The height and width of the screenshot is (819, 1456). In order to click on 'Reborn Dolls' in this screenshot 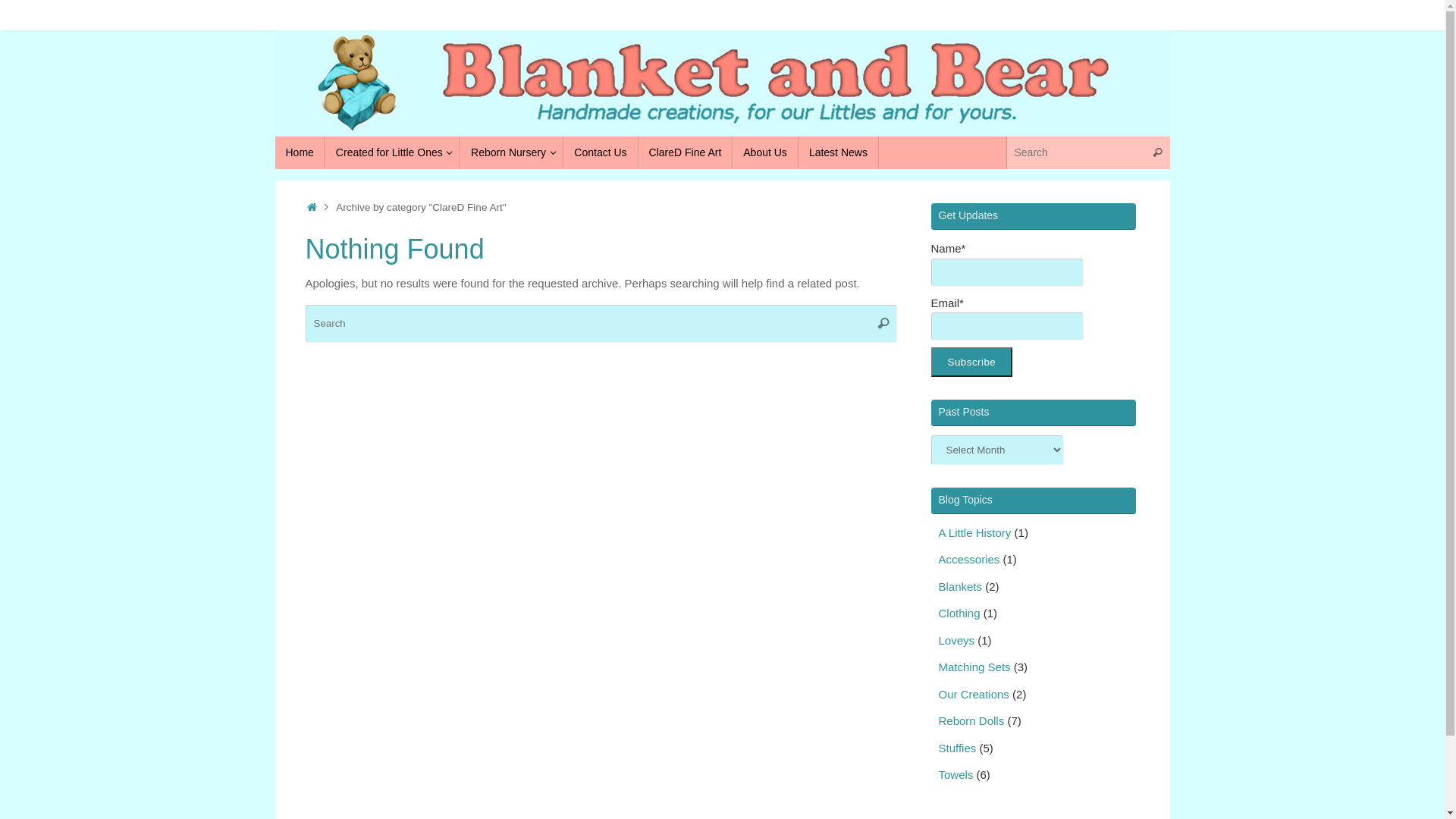, I will do `click(938, 720)`.